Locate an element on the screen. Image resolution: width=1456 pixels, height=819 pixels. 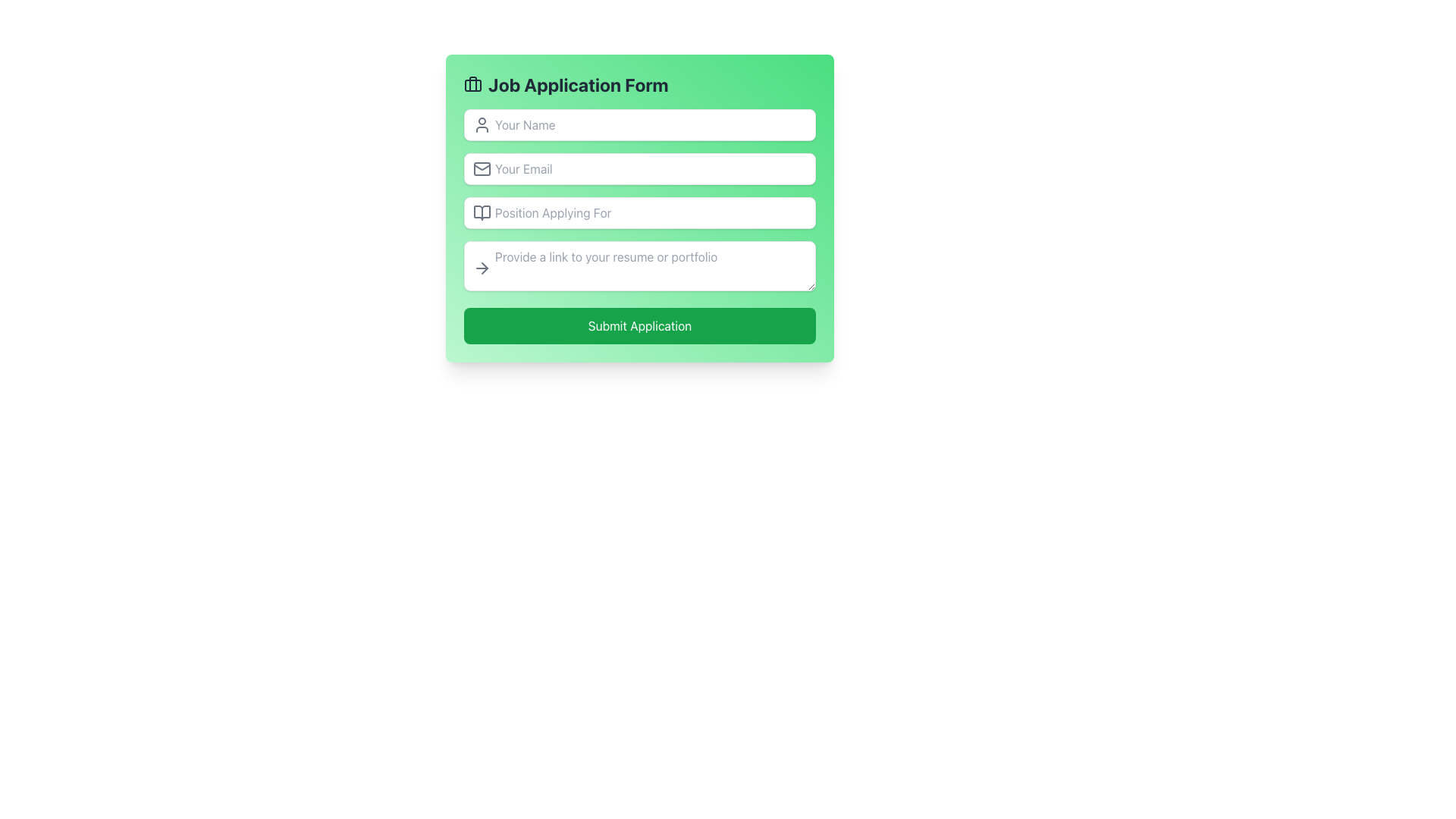
the rounded rectangular text input field that prompts 'Provide a link to your resume or portfolio' is located at coordinates (640, 265).